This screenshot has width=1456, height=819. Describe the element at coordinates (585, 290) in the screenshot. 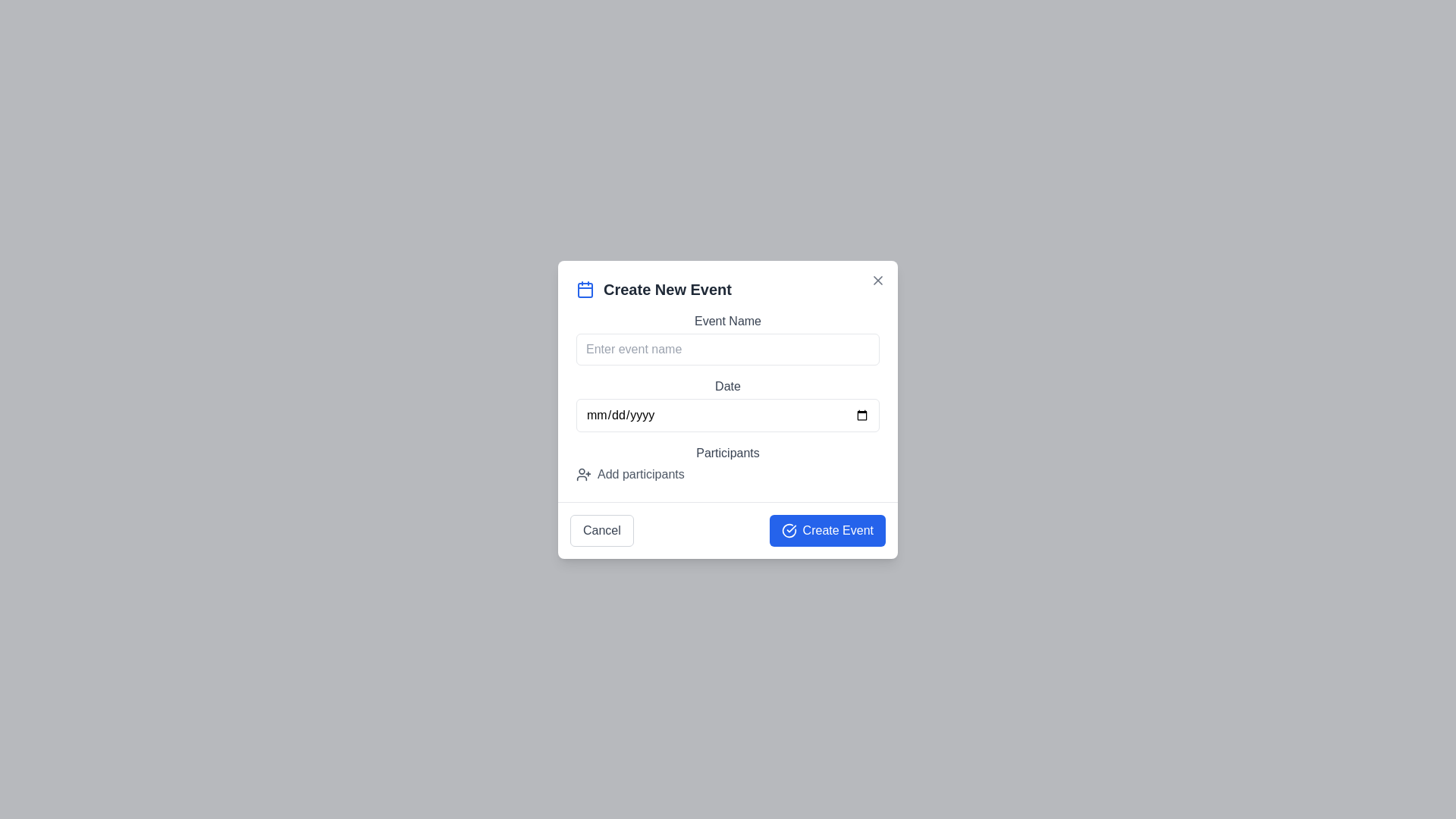

I see `the decorative graphical element within the SVG that represents the calendar icon, located adjacent to the 'Create New Event' title` at that location.